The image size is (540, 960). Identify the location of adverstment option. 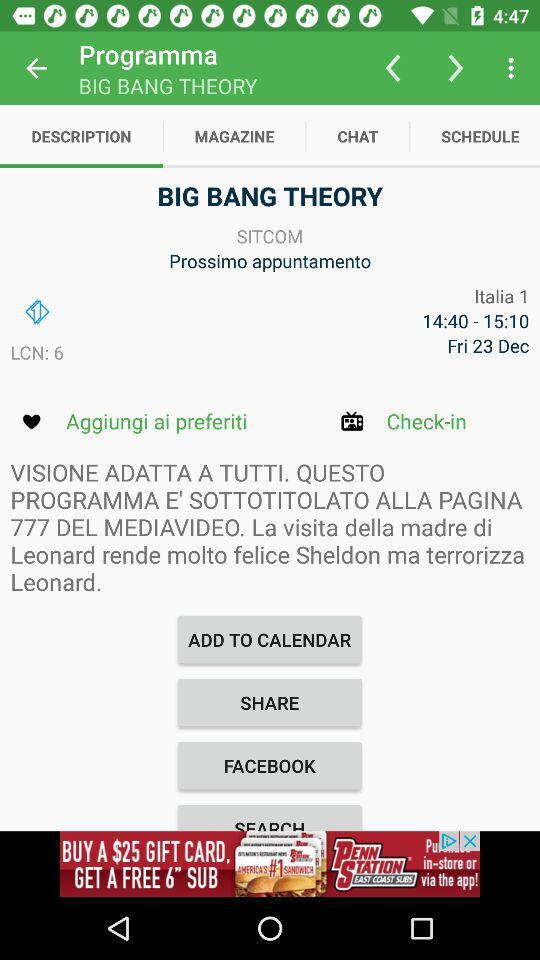
(270, 863).